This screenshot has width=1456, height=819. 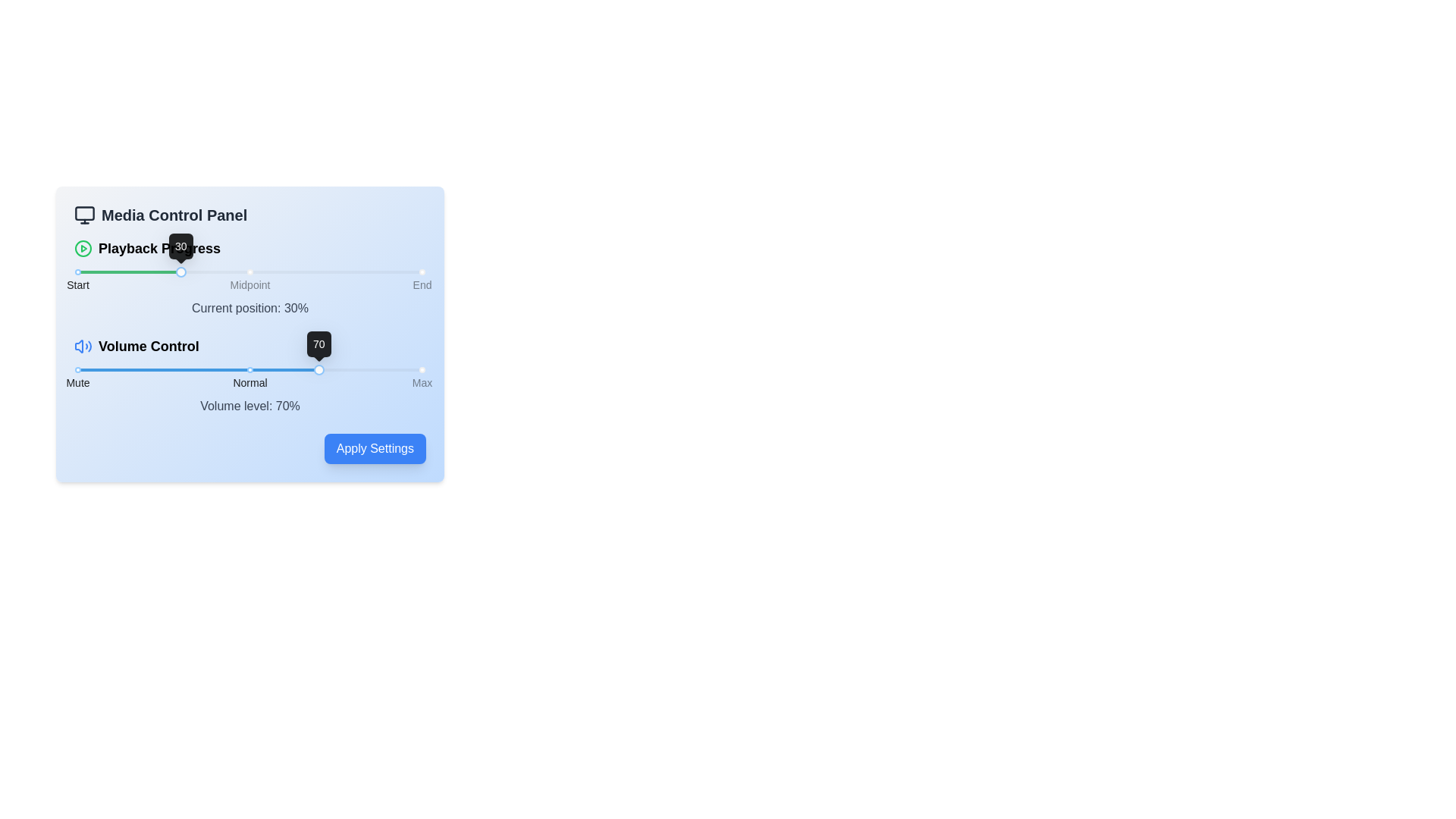 I want to click on the decorative 'Media Control Panel' icon located at the far left of the header, next to the text label 'Media Control Panel', so click(x=83, y=215).